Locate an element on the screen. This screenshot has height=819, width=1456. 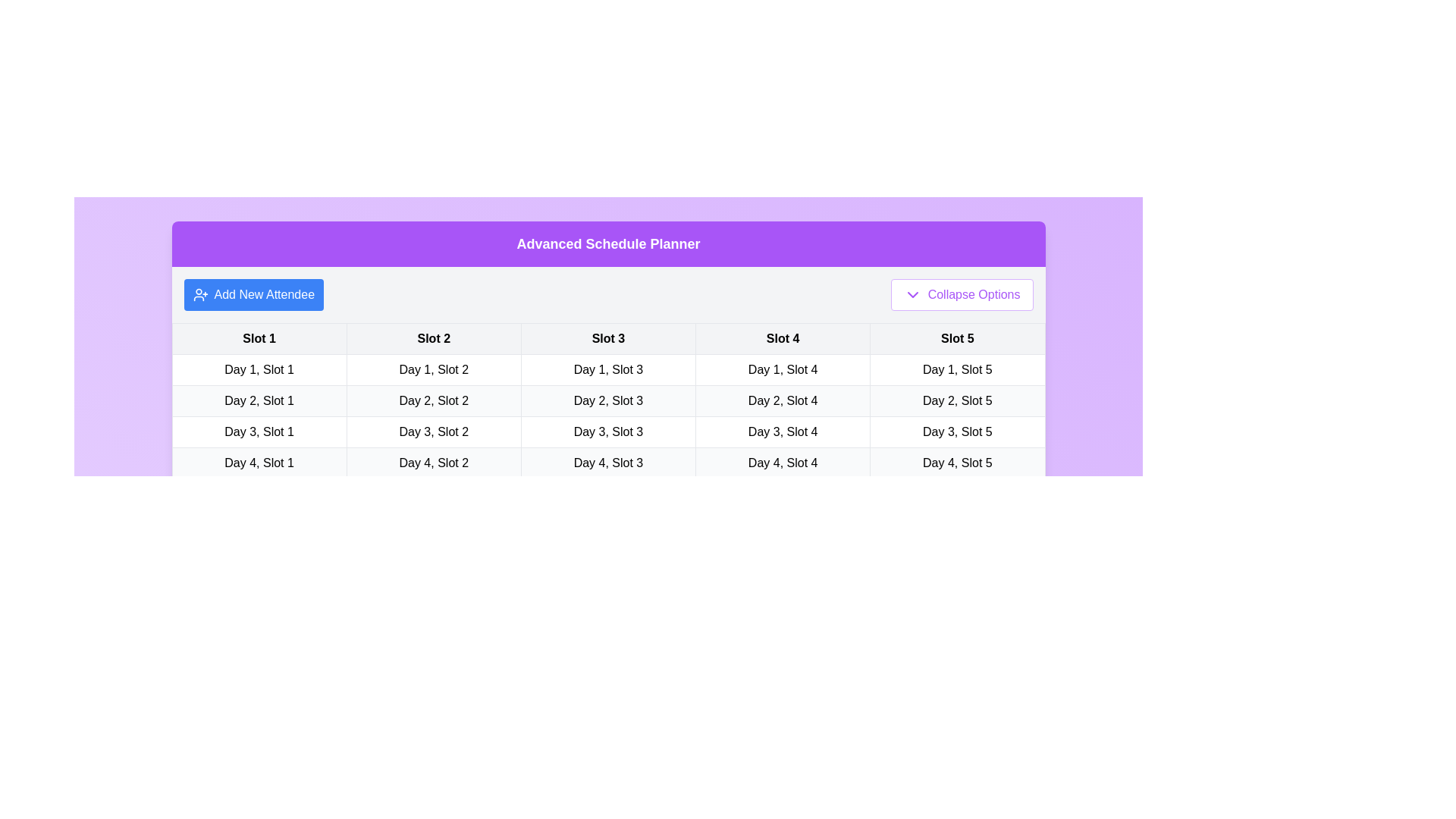
the 'Add New Attendee' button is located at coordinates (253, 295).